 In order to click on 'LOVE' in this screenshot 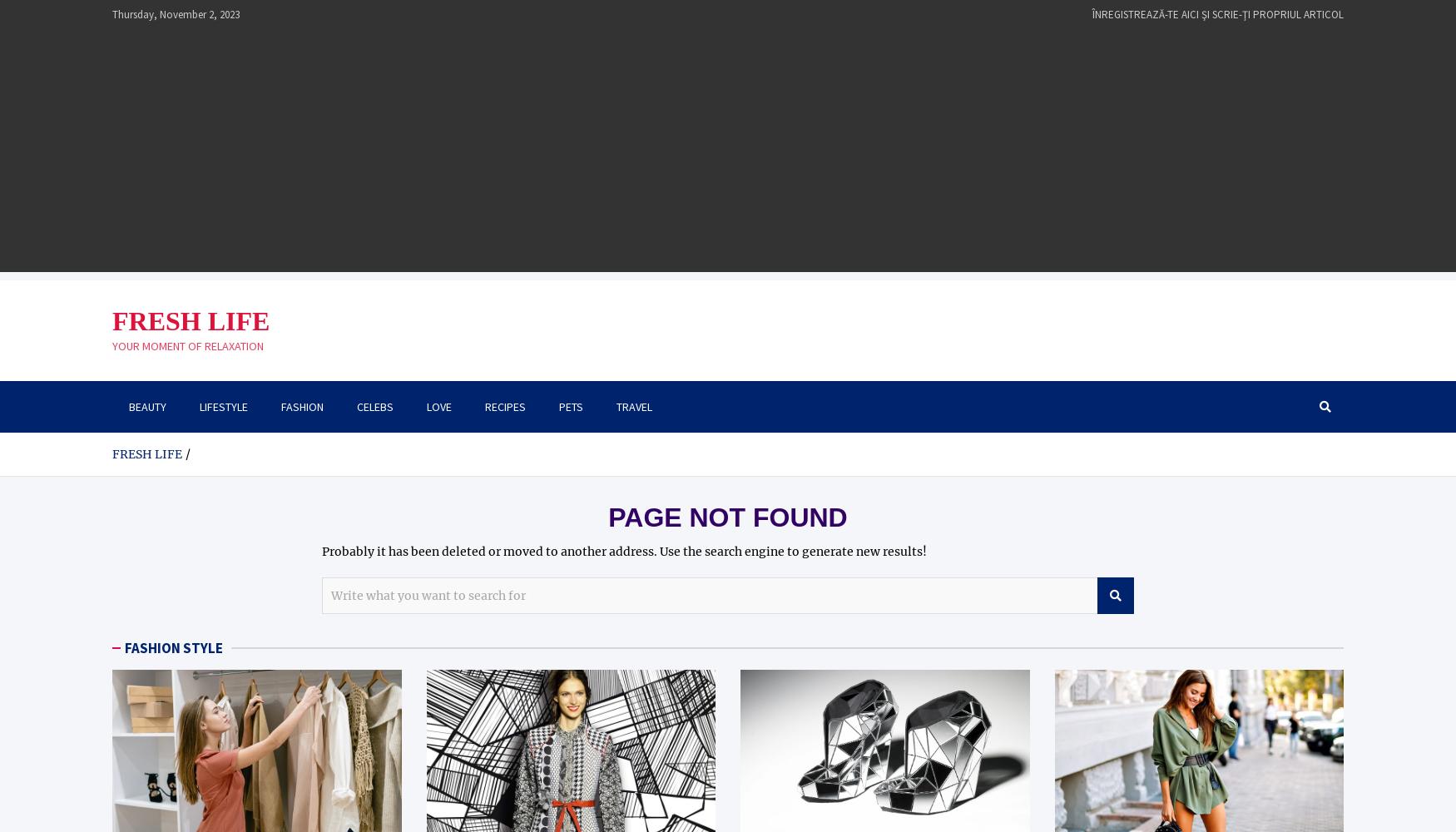, I will do `click(425, 405)`.